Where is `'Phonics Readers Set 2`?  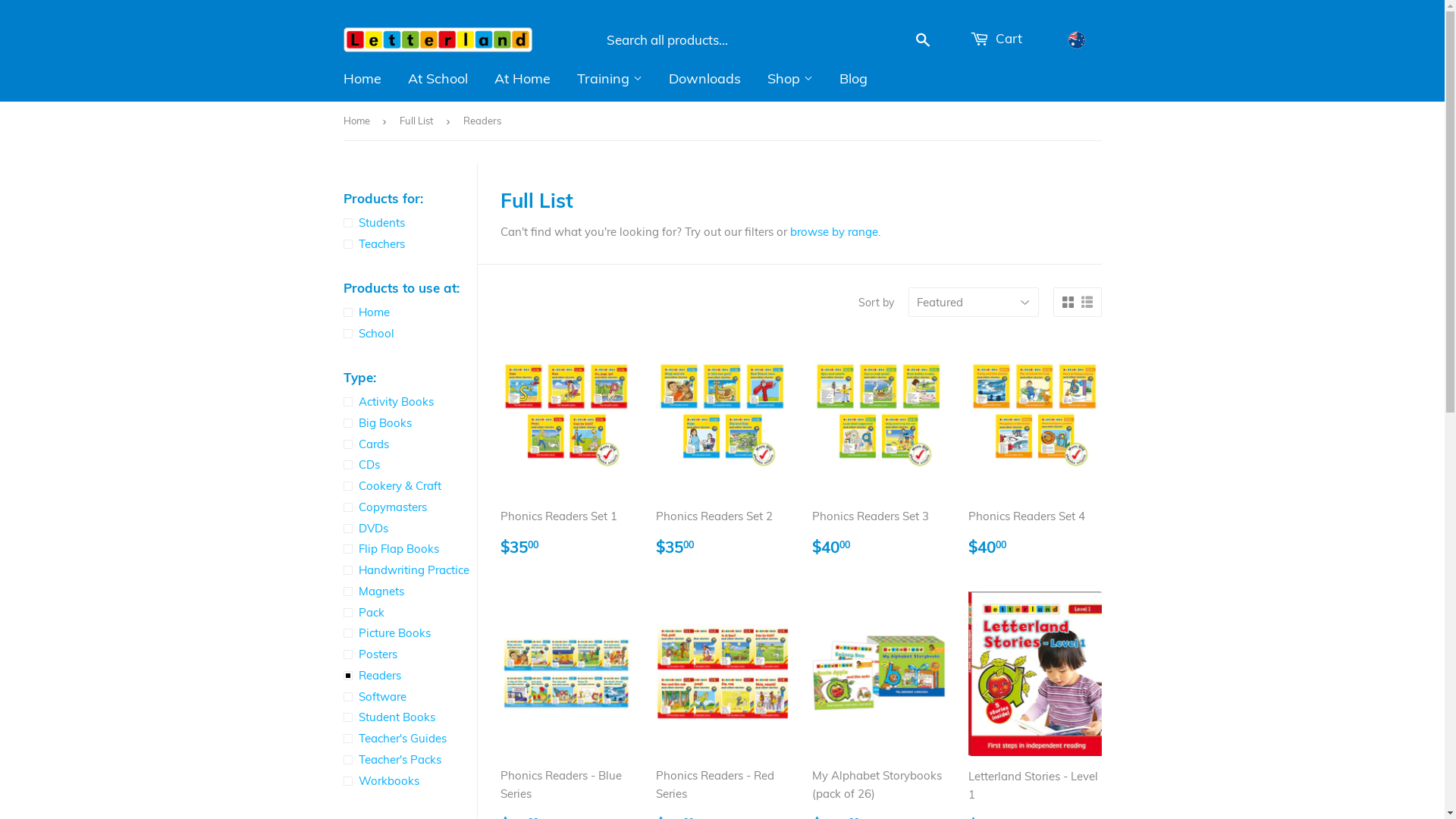 'Phonics Readers Set 2 is located at coordinates (655, 450).